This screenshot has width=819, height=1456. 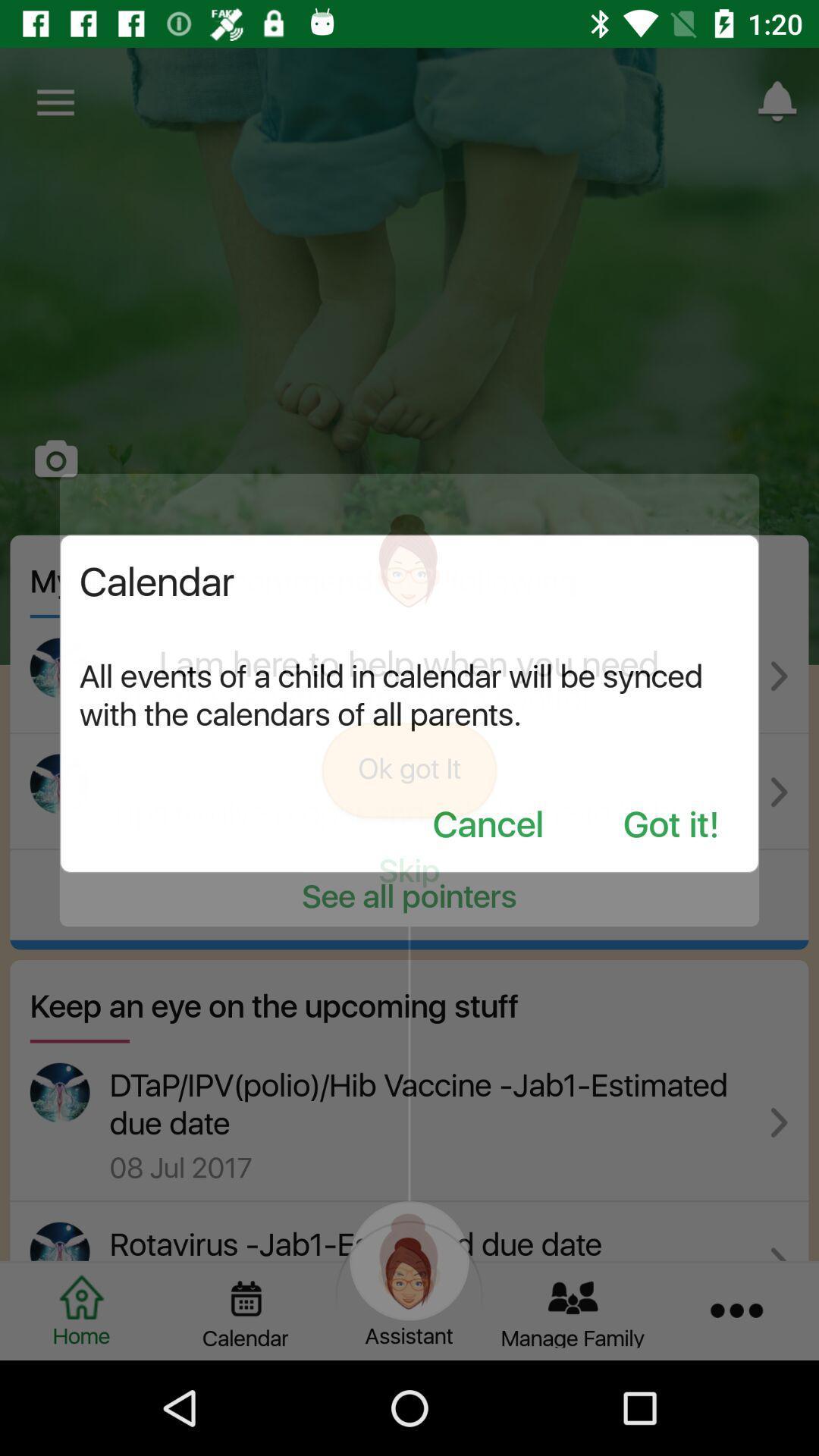 I want to click on the item next to the cancel, so click(x=670, y=825).